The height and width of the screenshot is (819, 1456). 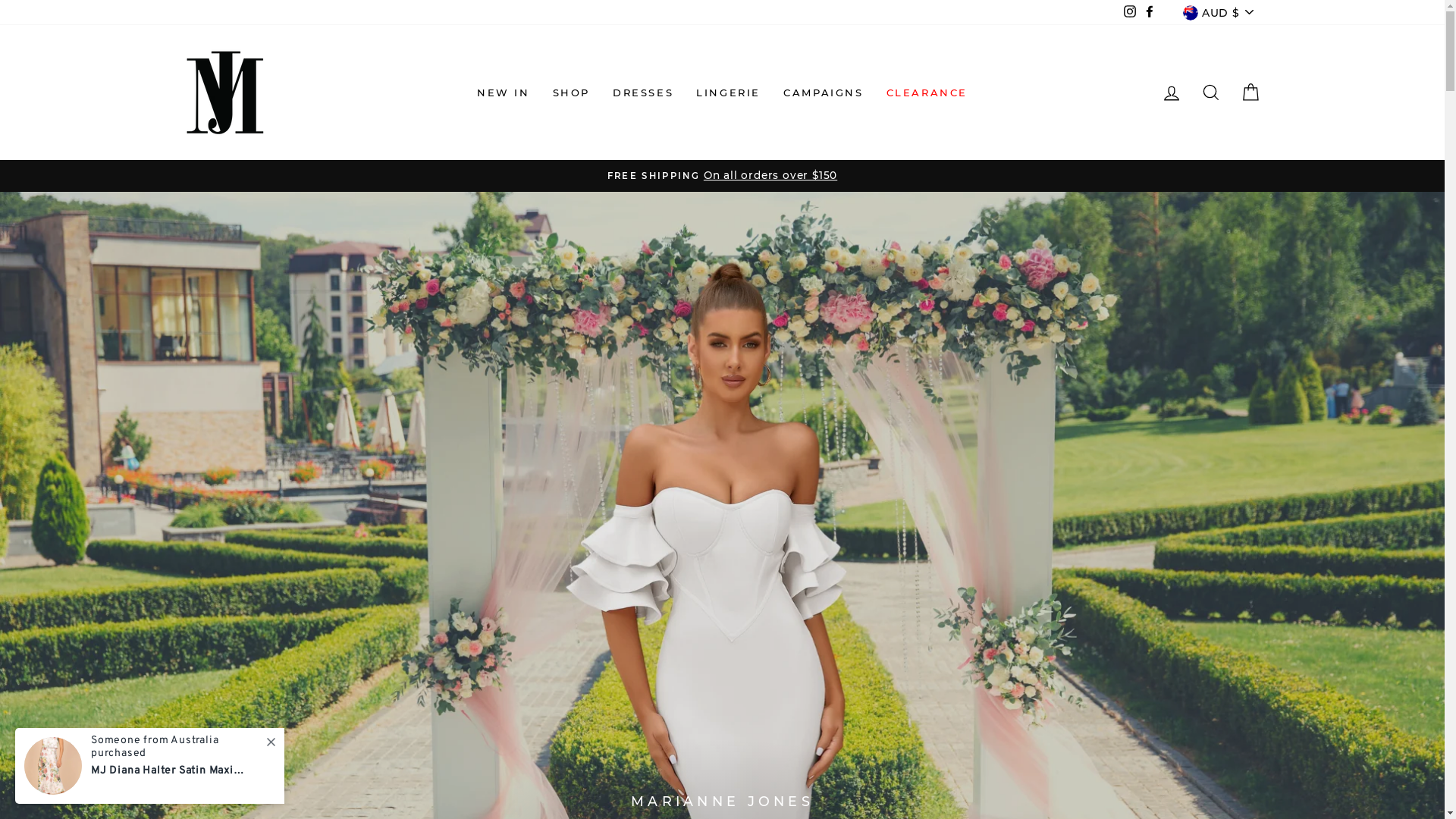 What do you see at coordinates (541, 93) in the screenshot?
I see `'SHOP'` at bounding box center [541, 93].